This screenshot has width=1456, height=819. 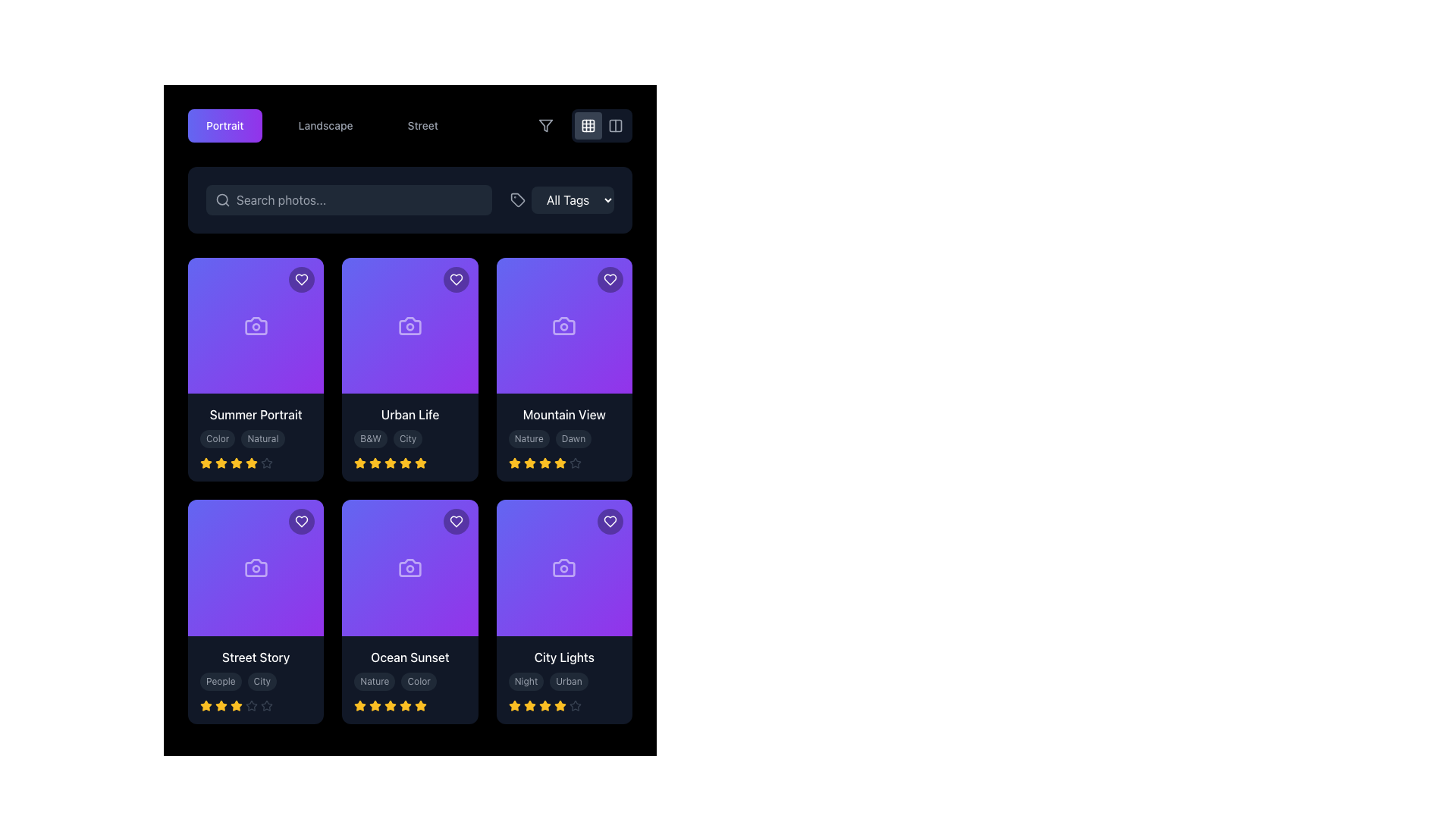 I want to click on the 'City' tag, which is a small rounded rectangle with a dark gray background and light gray text, located below the title 'Urban Life' as the second tag in a series of tags, so click(x=410, y=439).